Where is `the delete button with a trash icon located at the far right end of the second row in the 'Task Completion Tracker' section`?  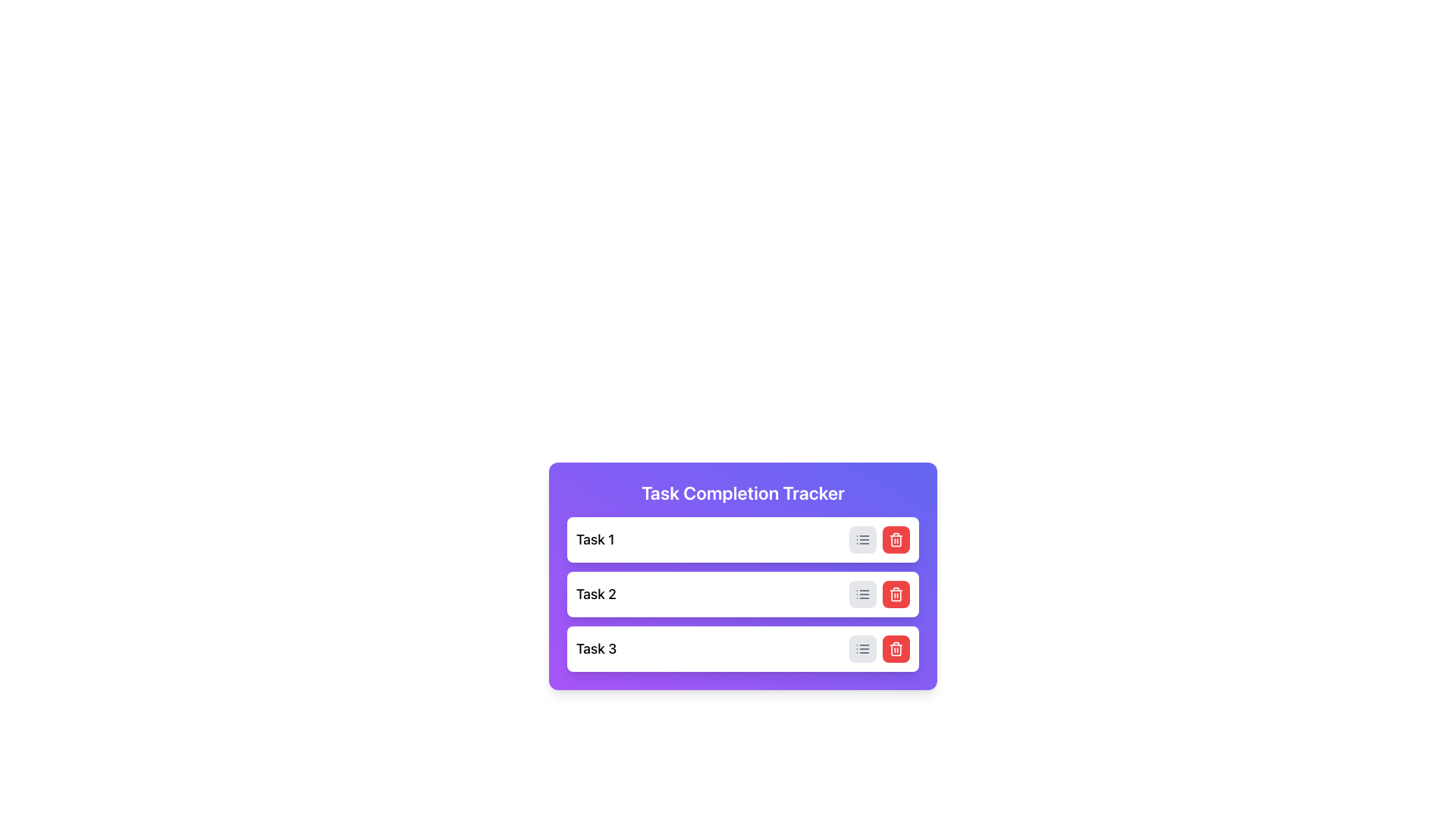
the delete button with a trash icon located at the far right end of the second row in the 'Task Completion Tracker' section is located at coordinates (896, 539).